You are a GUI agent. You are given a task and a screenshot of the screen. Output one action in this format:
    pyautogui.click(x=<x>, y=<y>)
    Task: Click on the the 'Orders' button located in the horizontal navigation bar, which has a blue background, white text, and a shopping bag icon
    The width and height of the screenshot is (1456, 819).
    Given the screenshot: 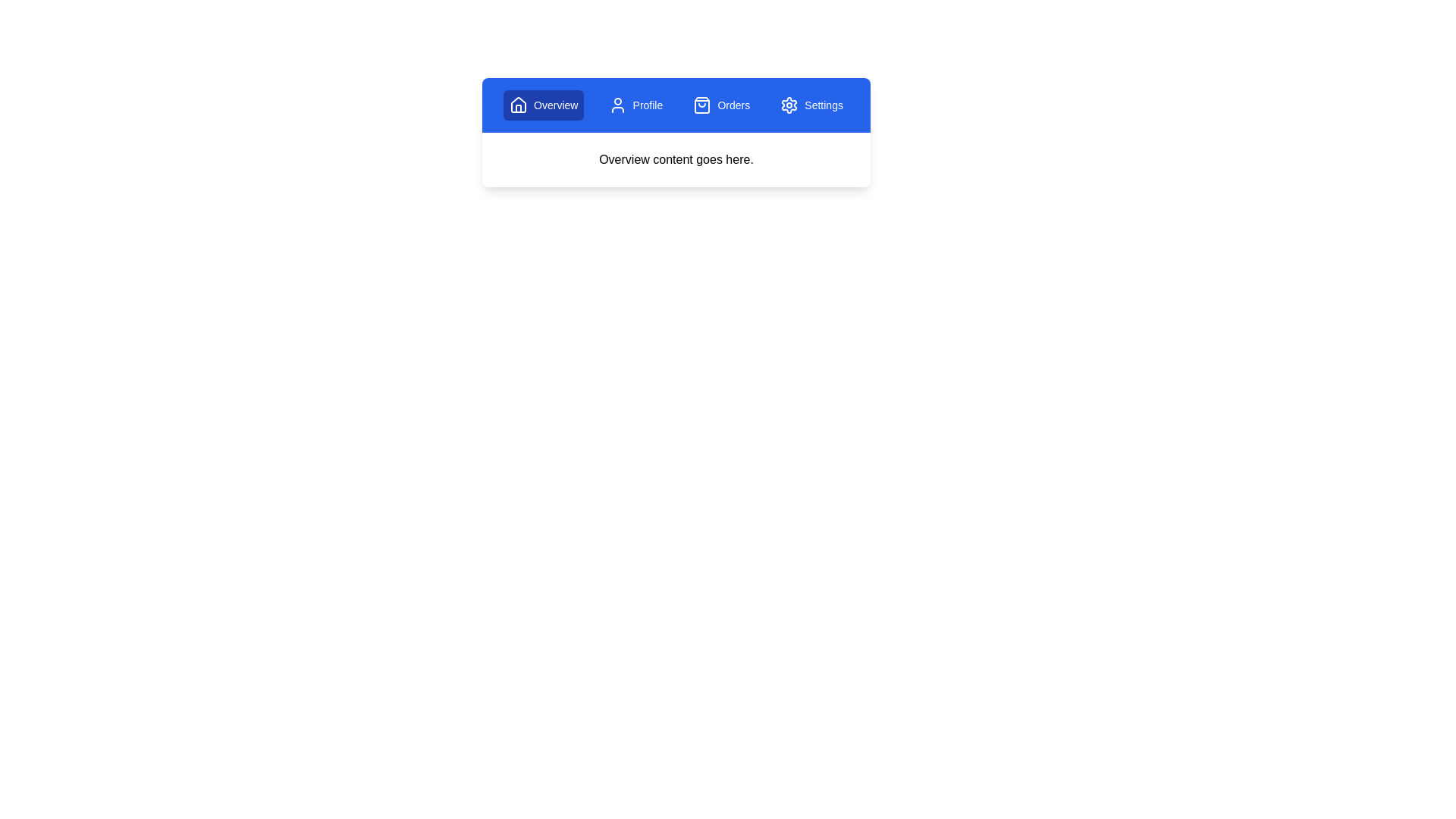 What is the action you would take?
    pyautogui.click(x=720, y=104)
    